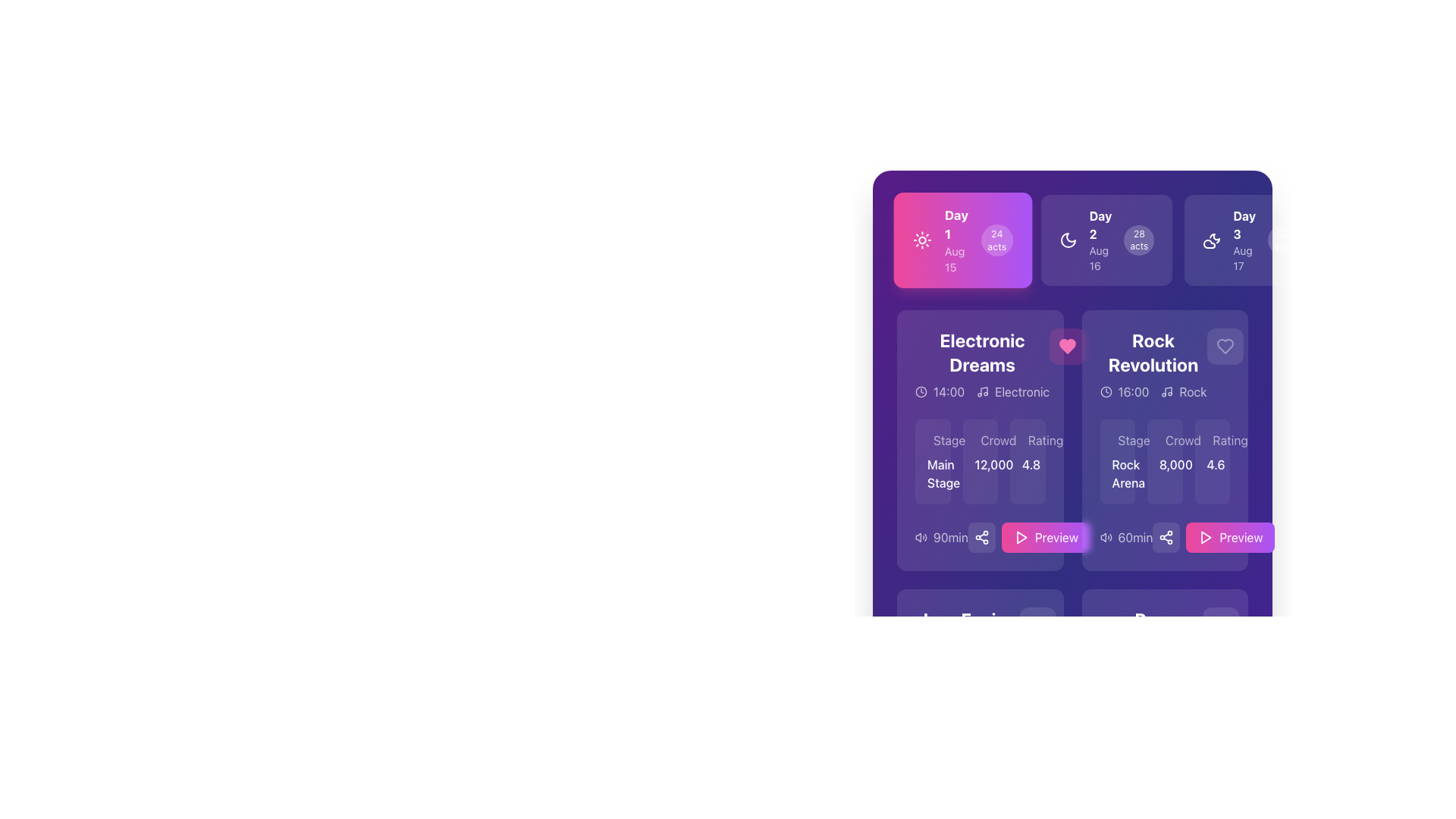 This screenshot has height=819, width=1456. Describe the element at coordinates (980, 365) in the screenshot. I see `displayed text from the Text block that shows the title and key details of the event, positioned at the top-left corner of its purple card` at that location.